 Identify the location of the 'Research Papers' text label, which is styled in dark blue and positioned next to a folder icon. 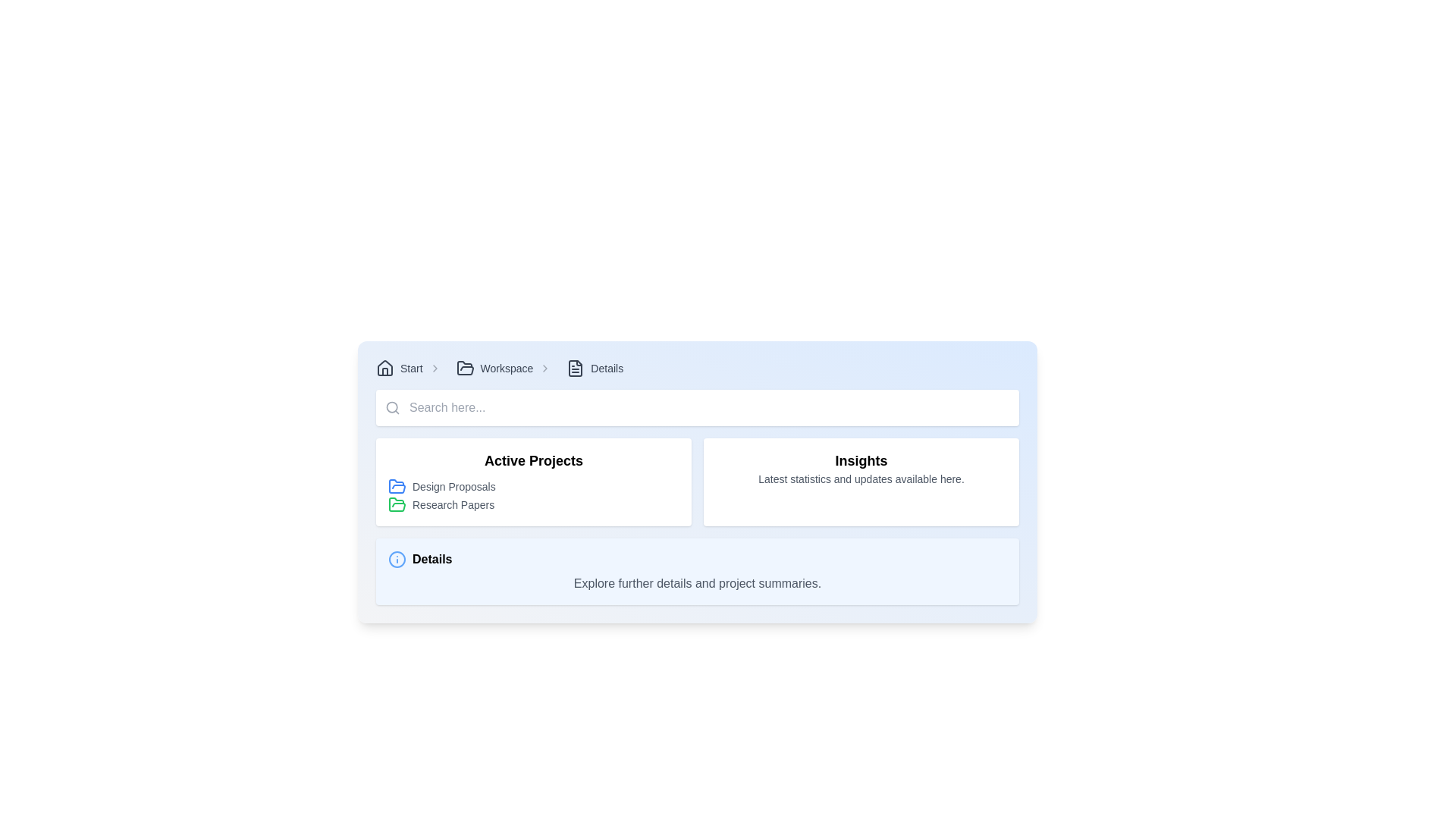
(453, 505).